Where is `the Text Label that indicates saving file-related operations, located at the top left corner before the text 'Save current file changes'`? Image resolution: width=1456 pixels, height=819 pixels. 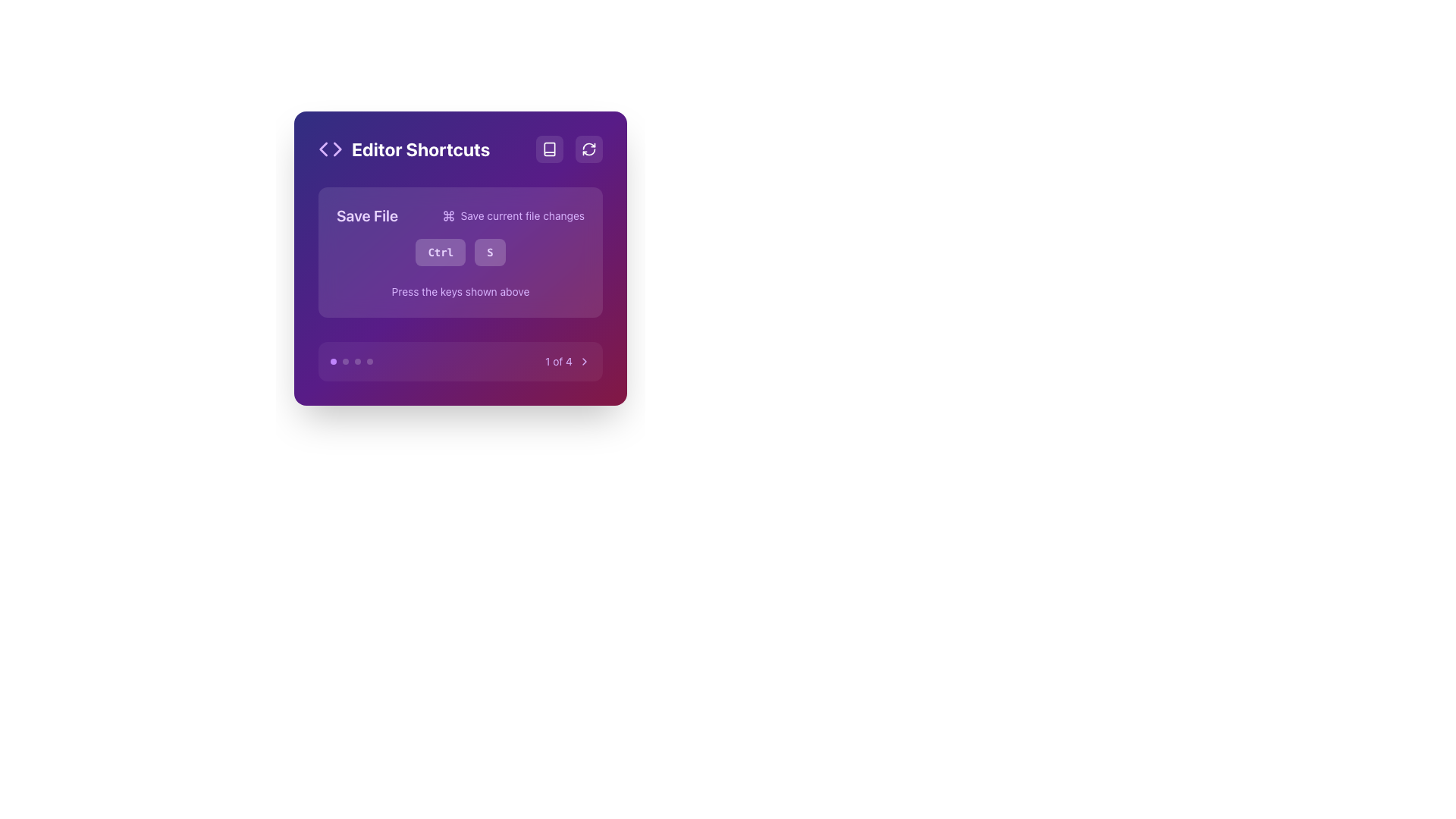 the Text Label that indicates saving file-related operations, located at the top left corner before the text 'Save current file changes' is located at coordinates (367, 216).